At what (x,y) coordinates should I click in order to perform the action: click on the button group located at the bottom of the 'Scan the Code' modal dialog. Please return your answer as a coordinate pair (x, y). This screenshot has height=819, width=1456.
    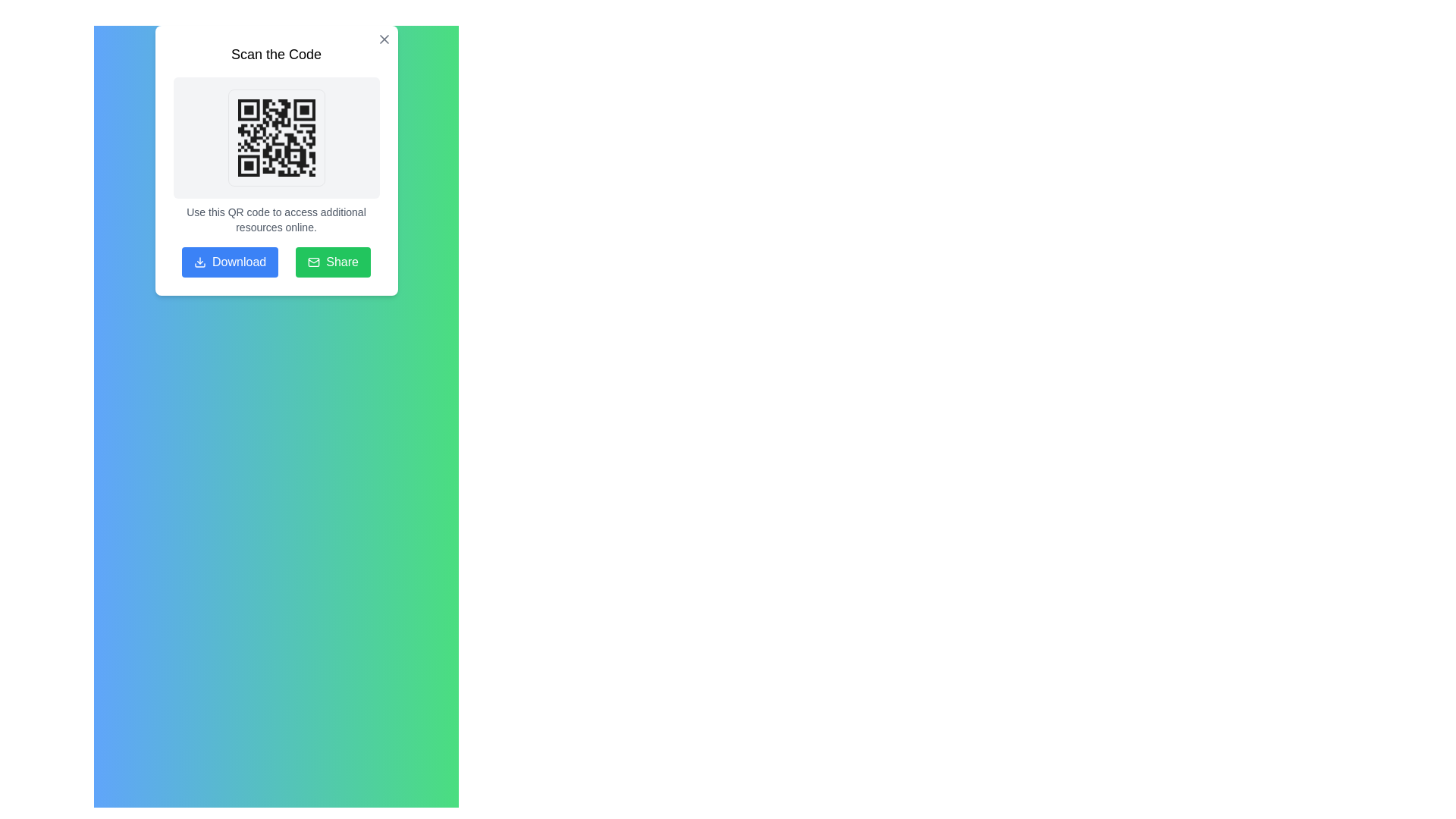
    Looking at the image, I should click on (276, 262).